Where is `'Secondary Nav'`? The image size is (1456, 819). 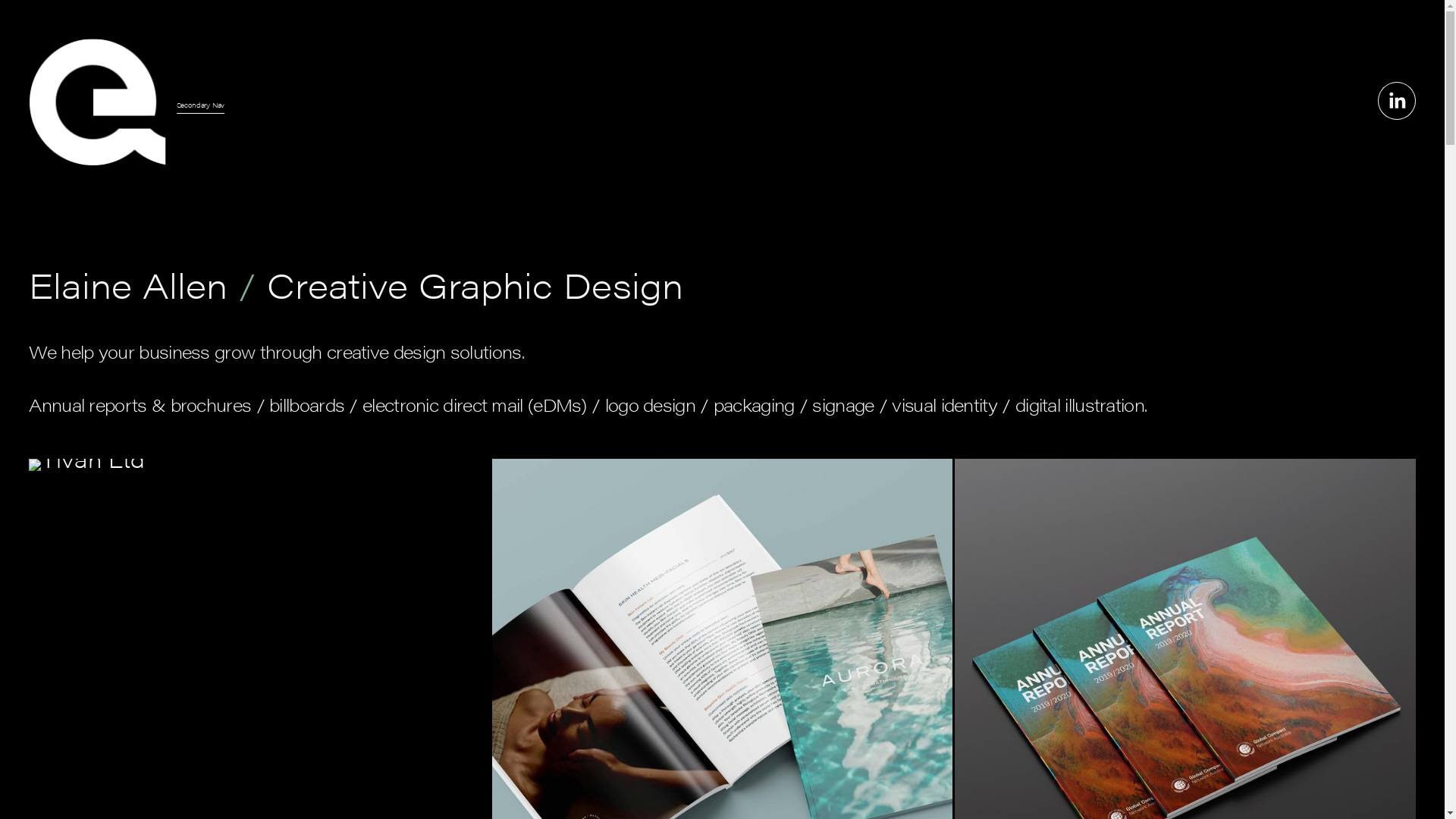
'Secondary Nav' is located at coordinates (177, 104).